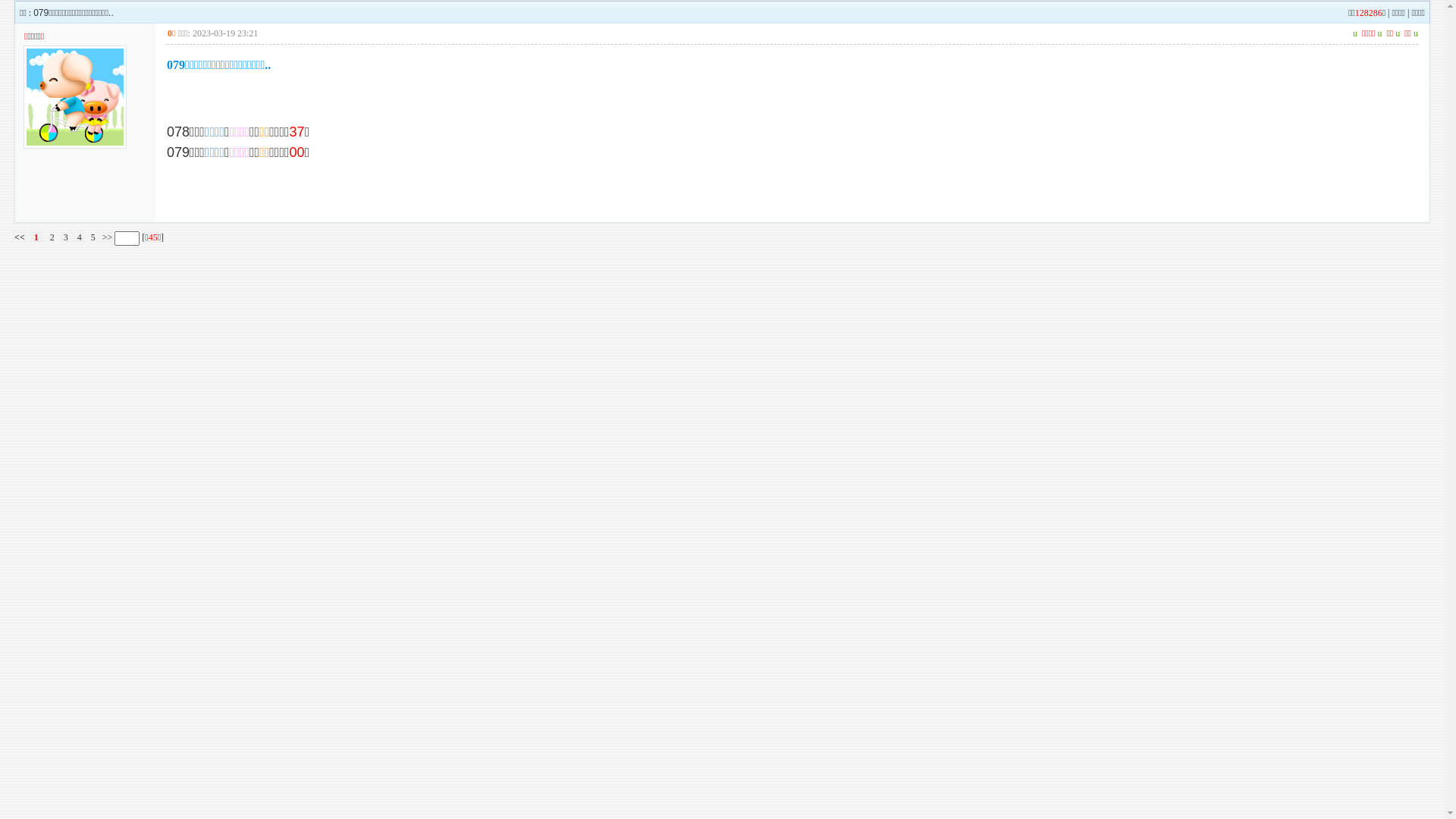 The image size is (1456, 819). Describe the element at coordinates (93, 237) in the screenshot. I see `'5'` at that location.